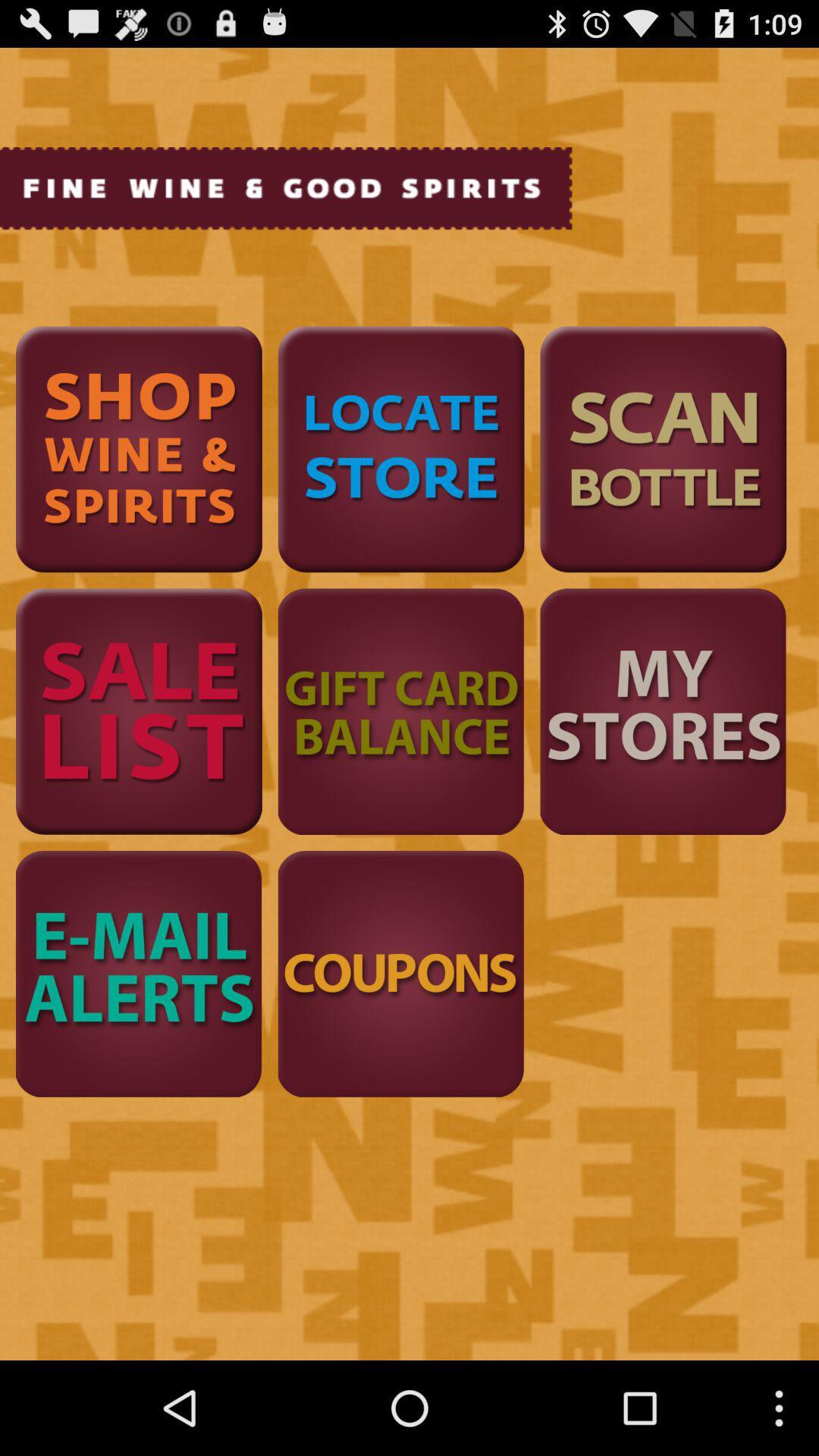 The width and height of the screenshot is (819, 1456). What do you see at coordinates (139, 448) in the screenshot?
I see `to find wine and spirits options` at bounding box center [139, 448].